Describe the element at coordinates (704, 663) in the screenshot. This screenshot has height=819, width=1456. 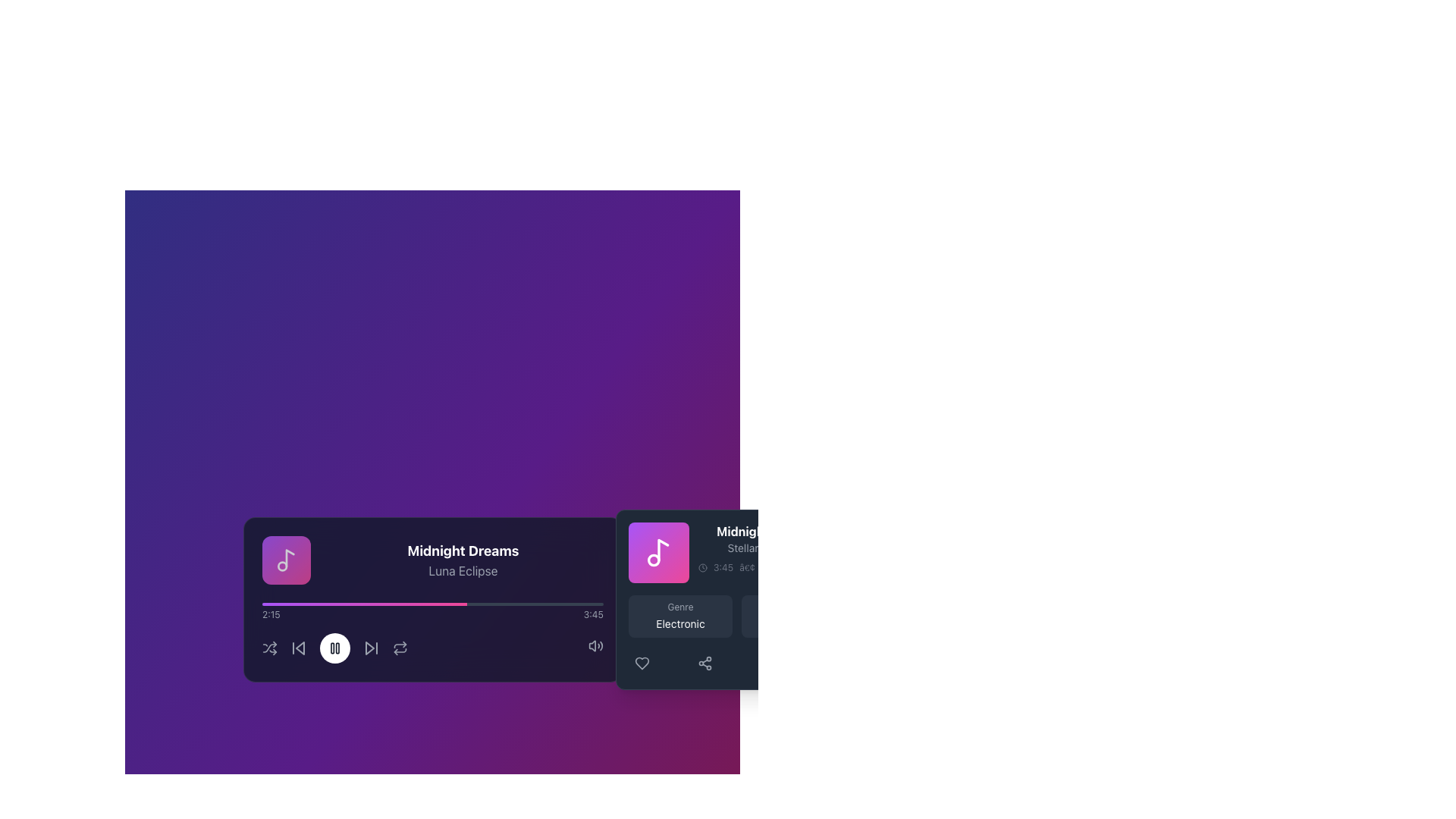
I see `the share icon represented by a circular network of three dots connected by lines, styled in white against a dark background, located in the lower right corner of the music information card` at that location.